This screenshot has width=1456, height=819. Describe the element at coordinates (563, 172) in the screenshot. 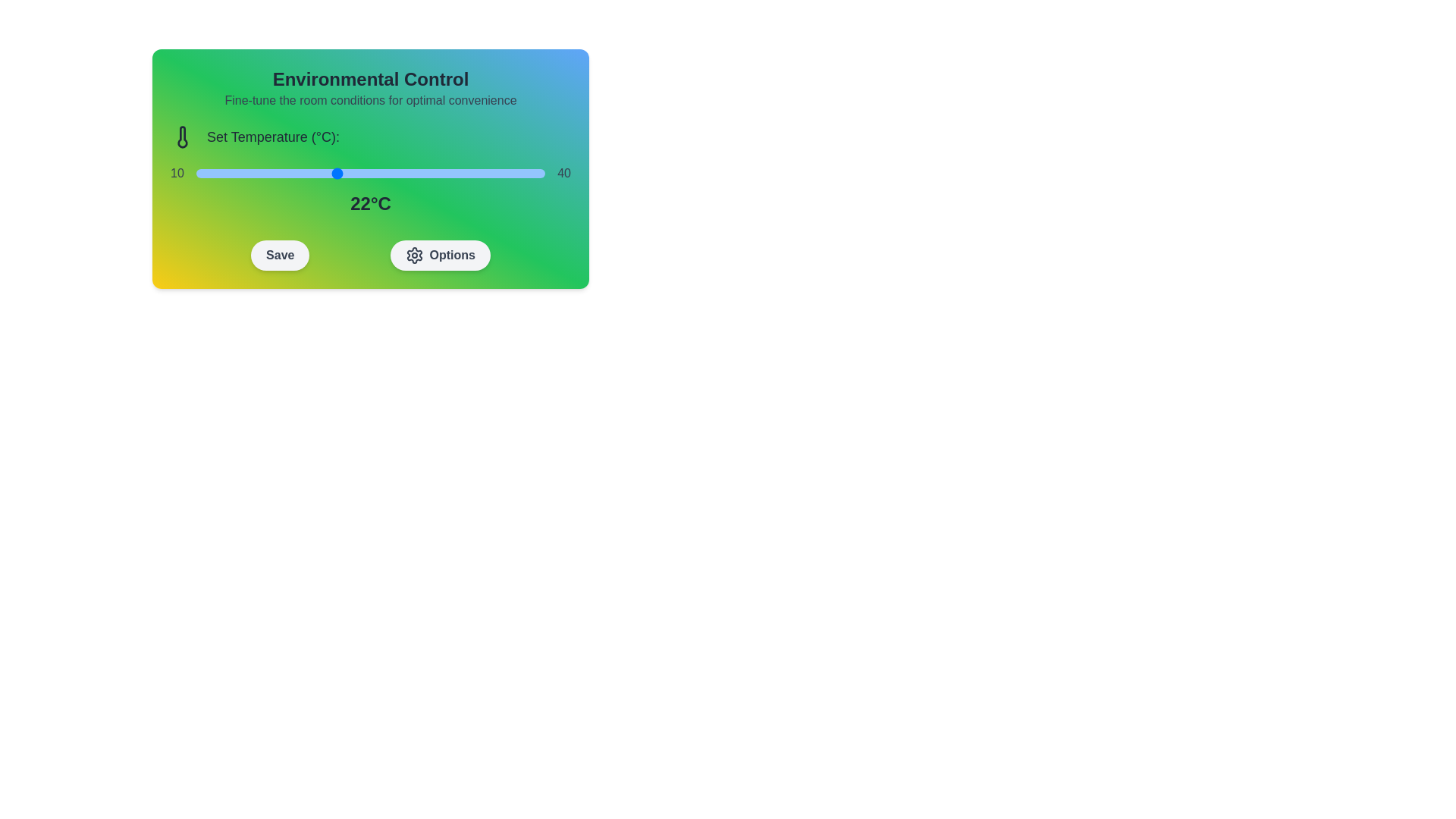

I see `the Text label displaying the numeric value '40', which is styled in medium weight light-grey font and positioned at the far right of a horizontal arrangement with a numeric value '10' on the left and a range slider in the center` at that location.